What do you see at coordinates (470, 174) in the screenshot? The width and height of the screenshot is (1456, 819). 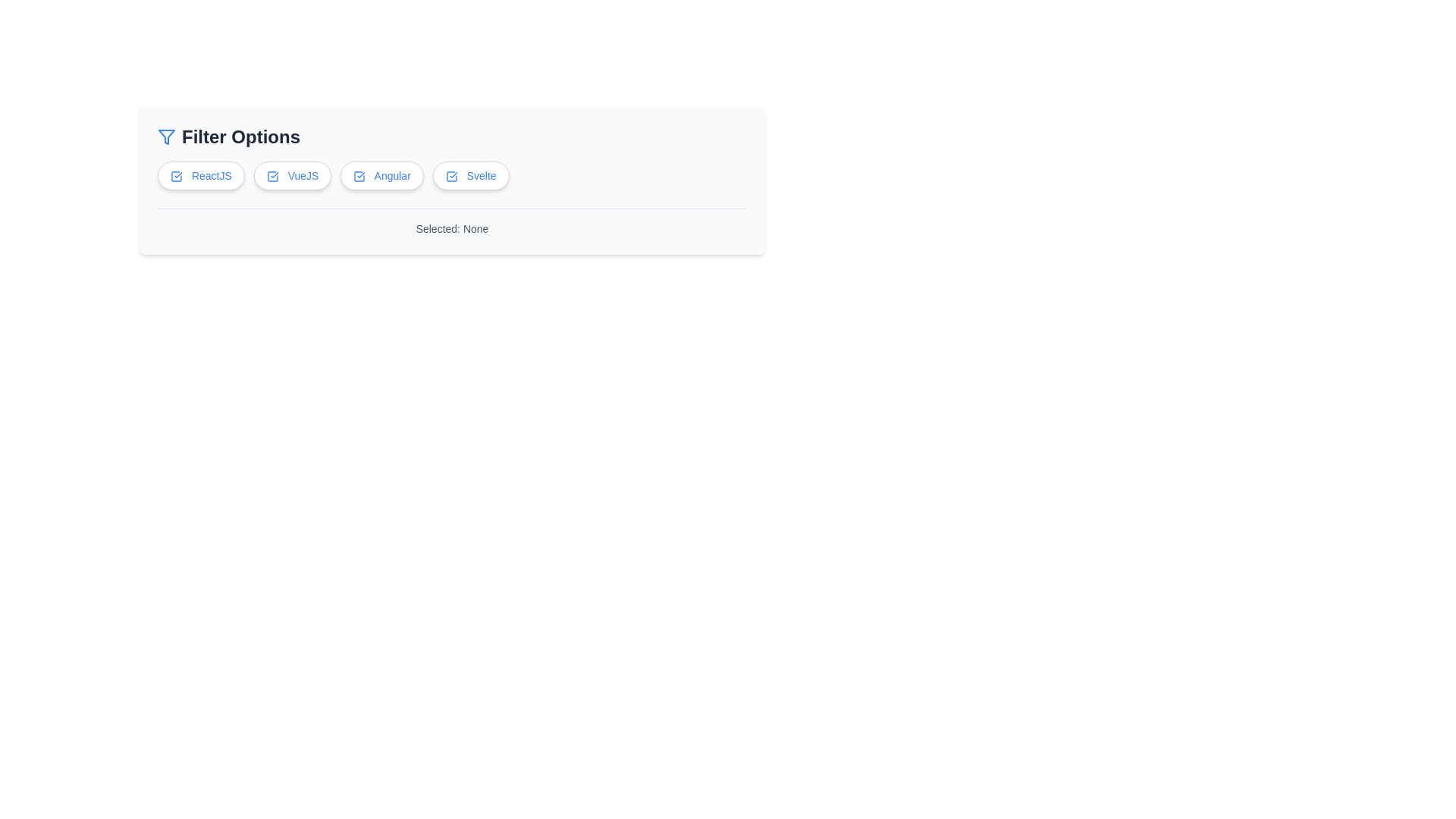 I see `the last button labeled 'Svelte' in the 'Filter Options' section` at bounding box center [470, 174].